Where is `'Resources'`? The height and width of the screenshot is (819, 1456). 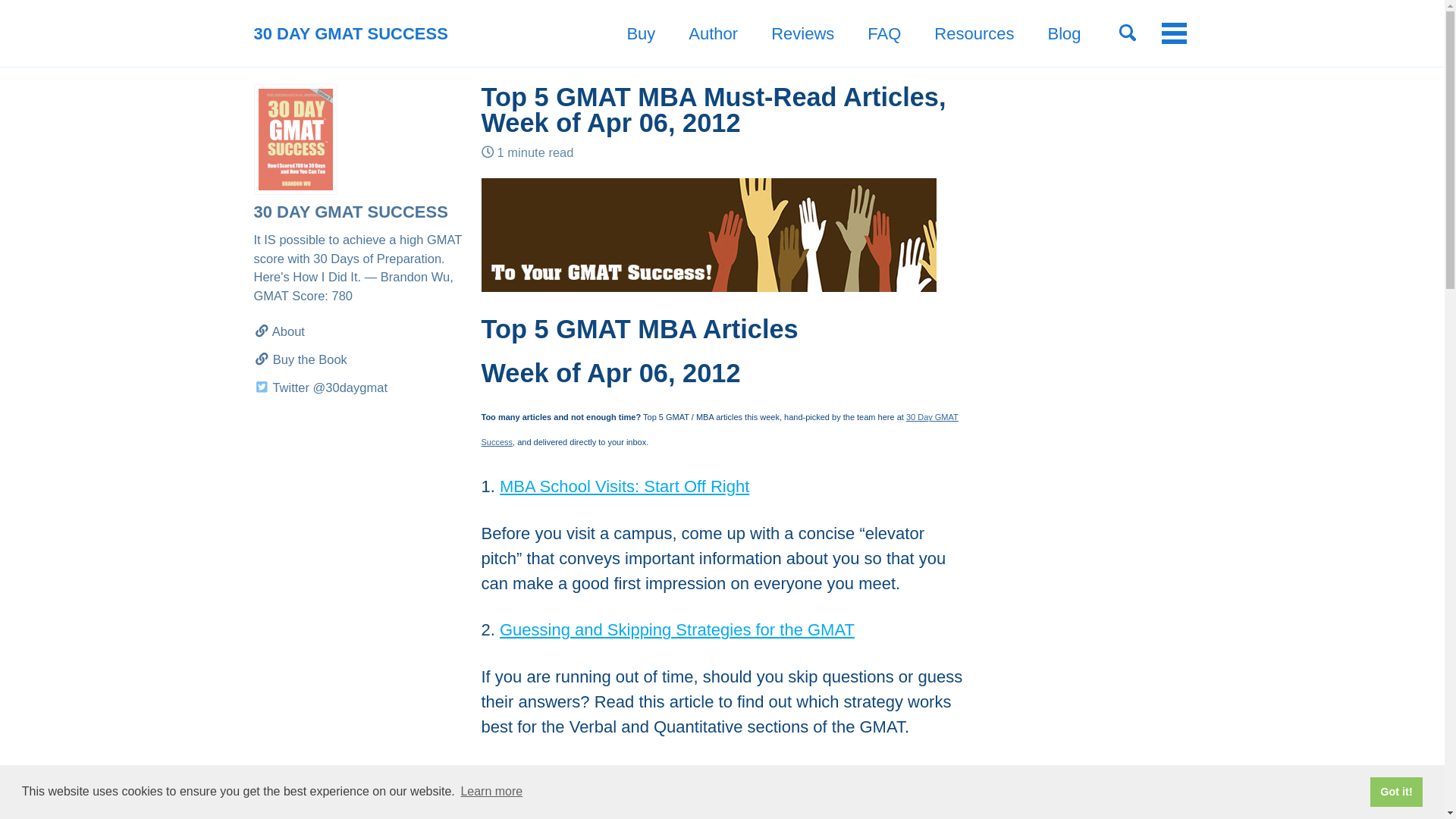 'Resources' is located at coordinates (974, 33).